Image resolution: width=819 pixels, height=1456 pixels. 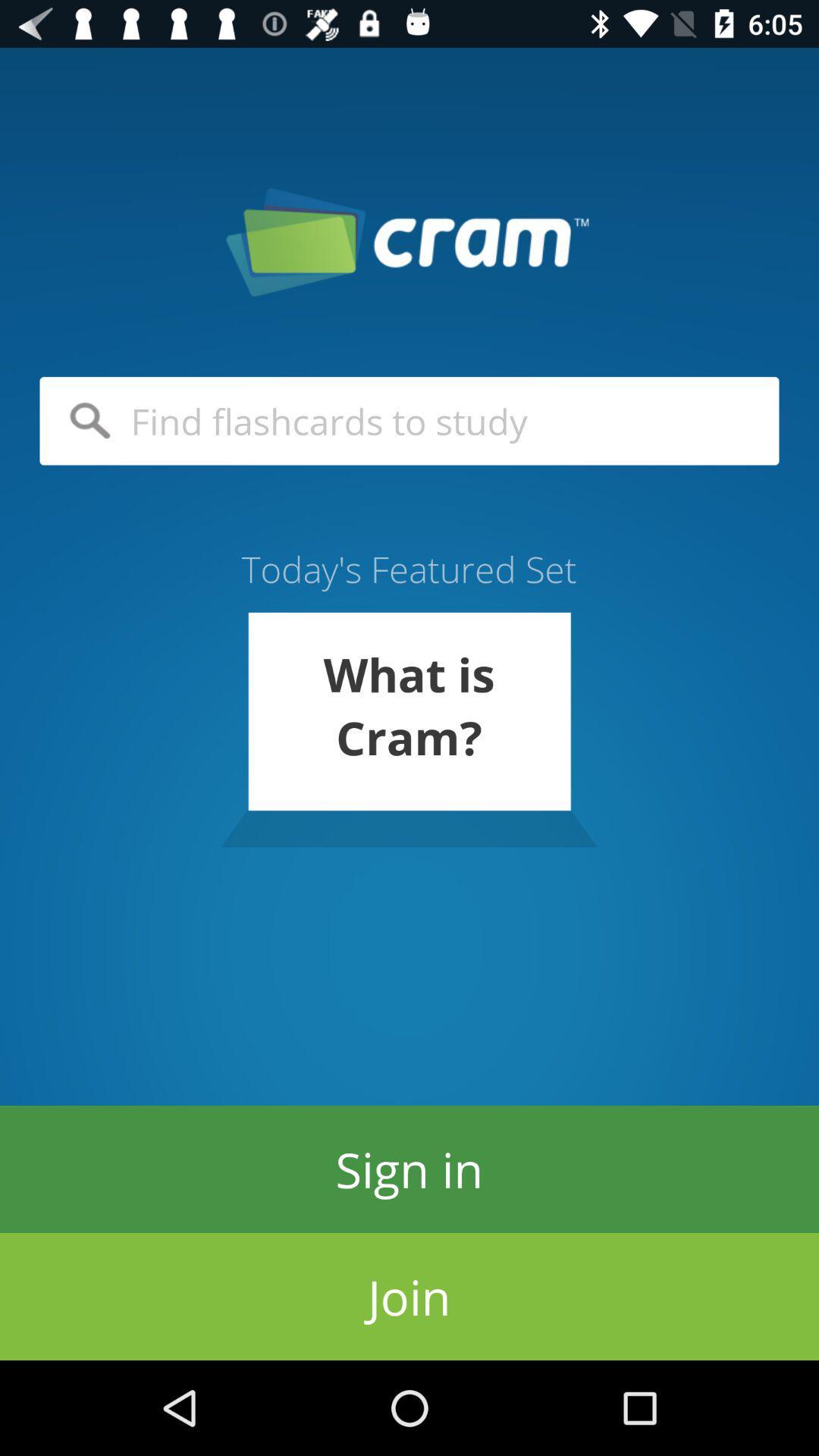 I want to click on icon above the today s featured item, so click(x=409, y=421).